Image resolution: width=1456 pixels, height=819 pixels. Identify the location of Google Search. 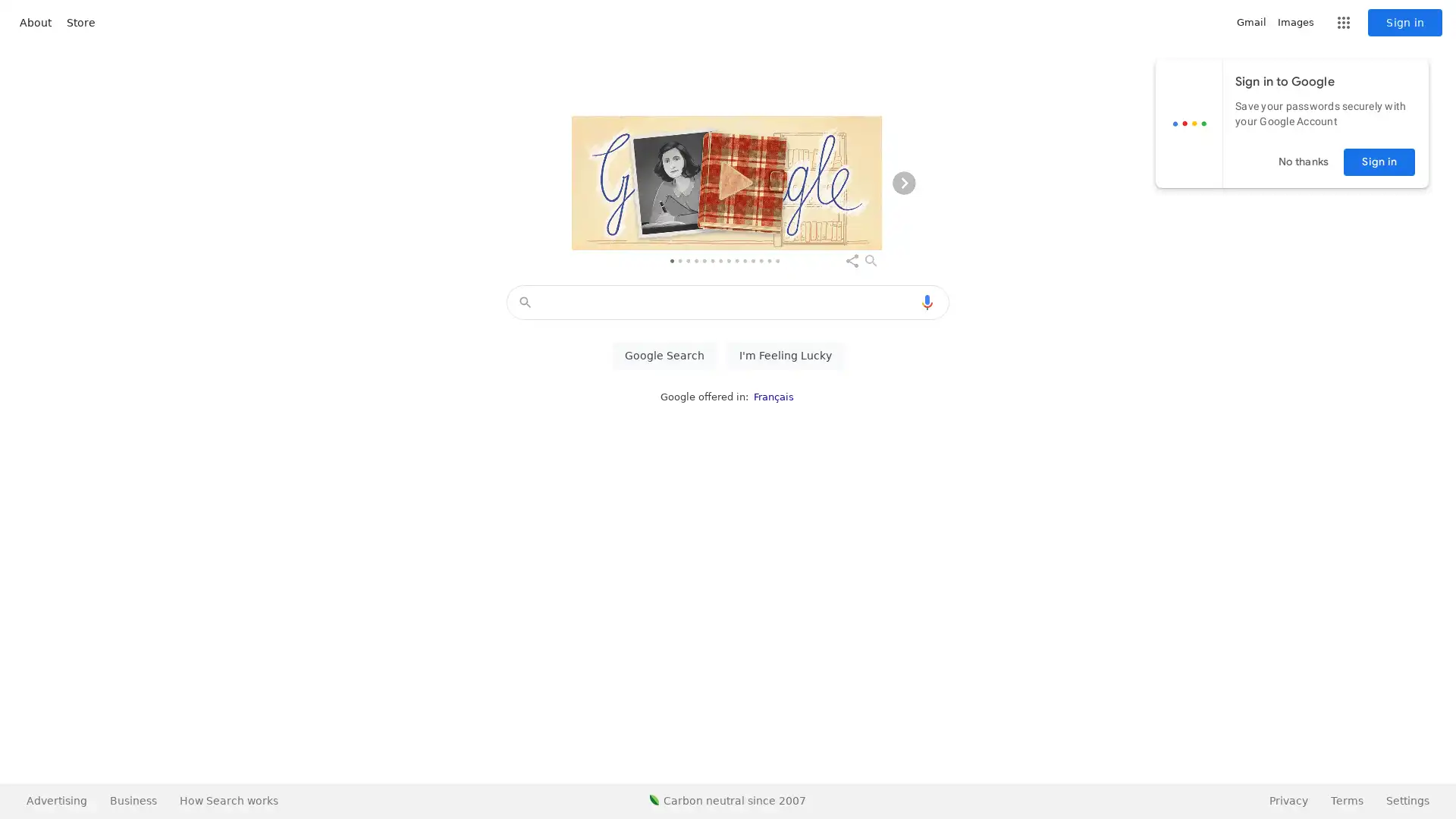
(664, 356).